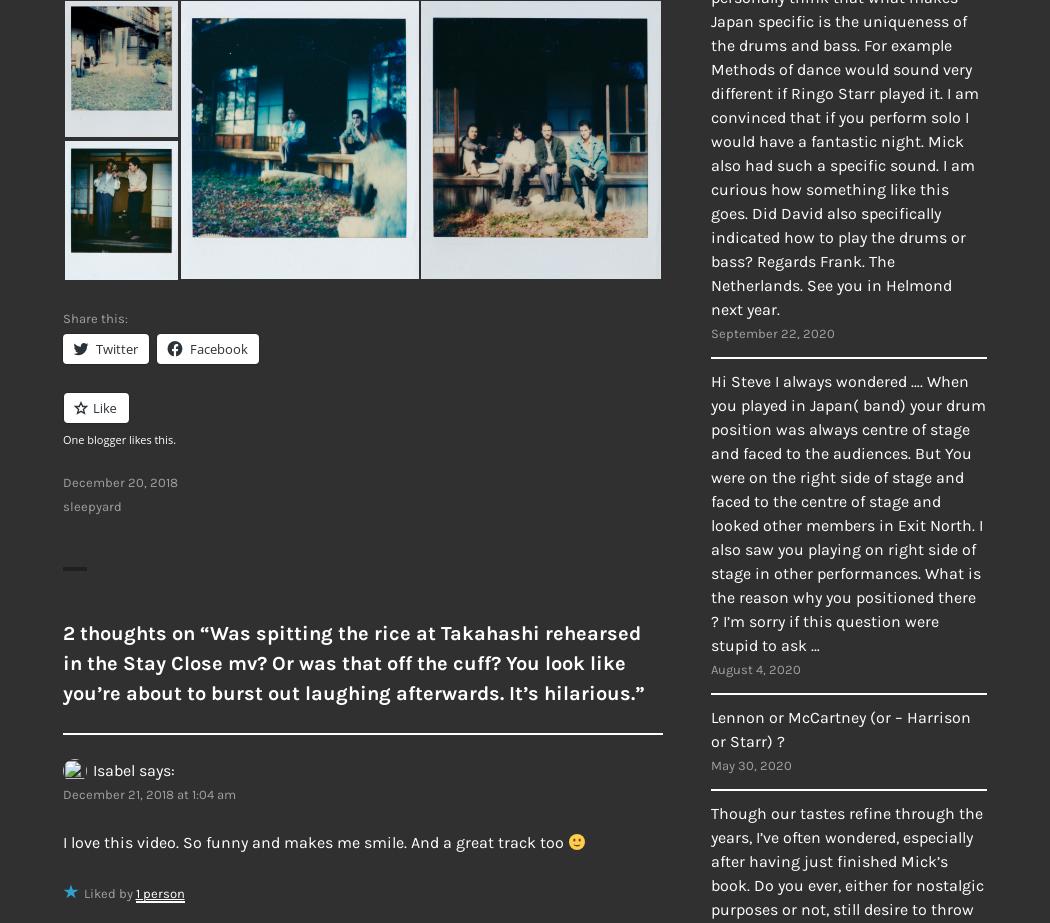 The height and width of the screenshot is (923, 1050). What do you see at coordinates (218, 348) in the screenshot?
I see `'Facebook'` at bounding box center [218, 348].